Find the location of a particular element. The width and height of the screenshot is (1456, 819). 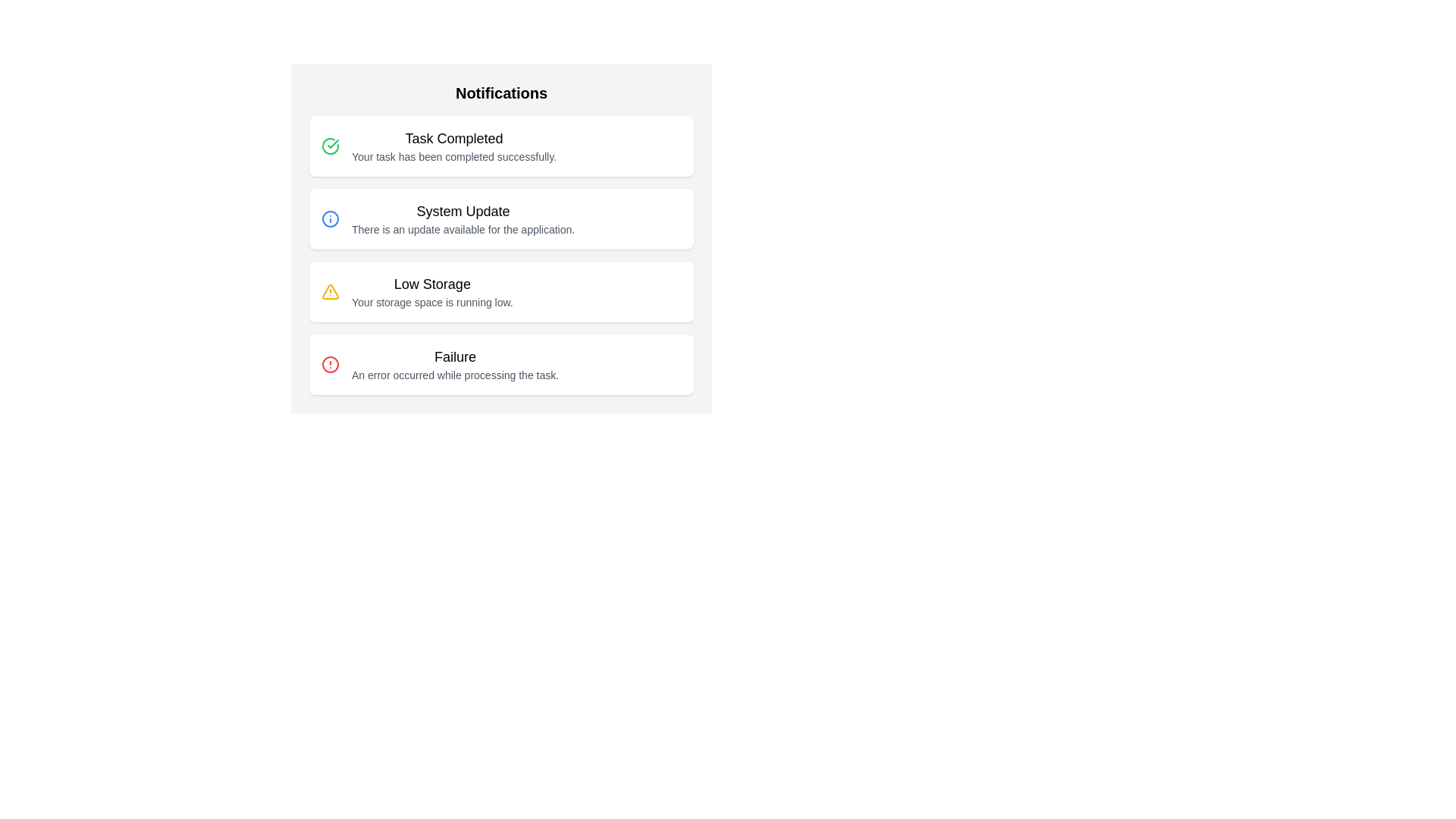

the alert icon indicating a failure, which is positioned in the 'Failure' notification box, adjacent to the text 'Failure' and 'An error occurred while processing the task.' is located at coordinates (330, 365).